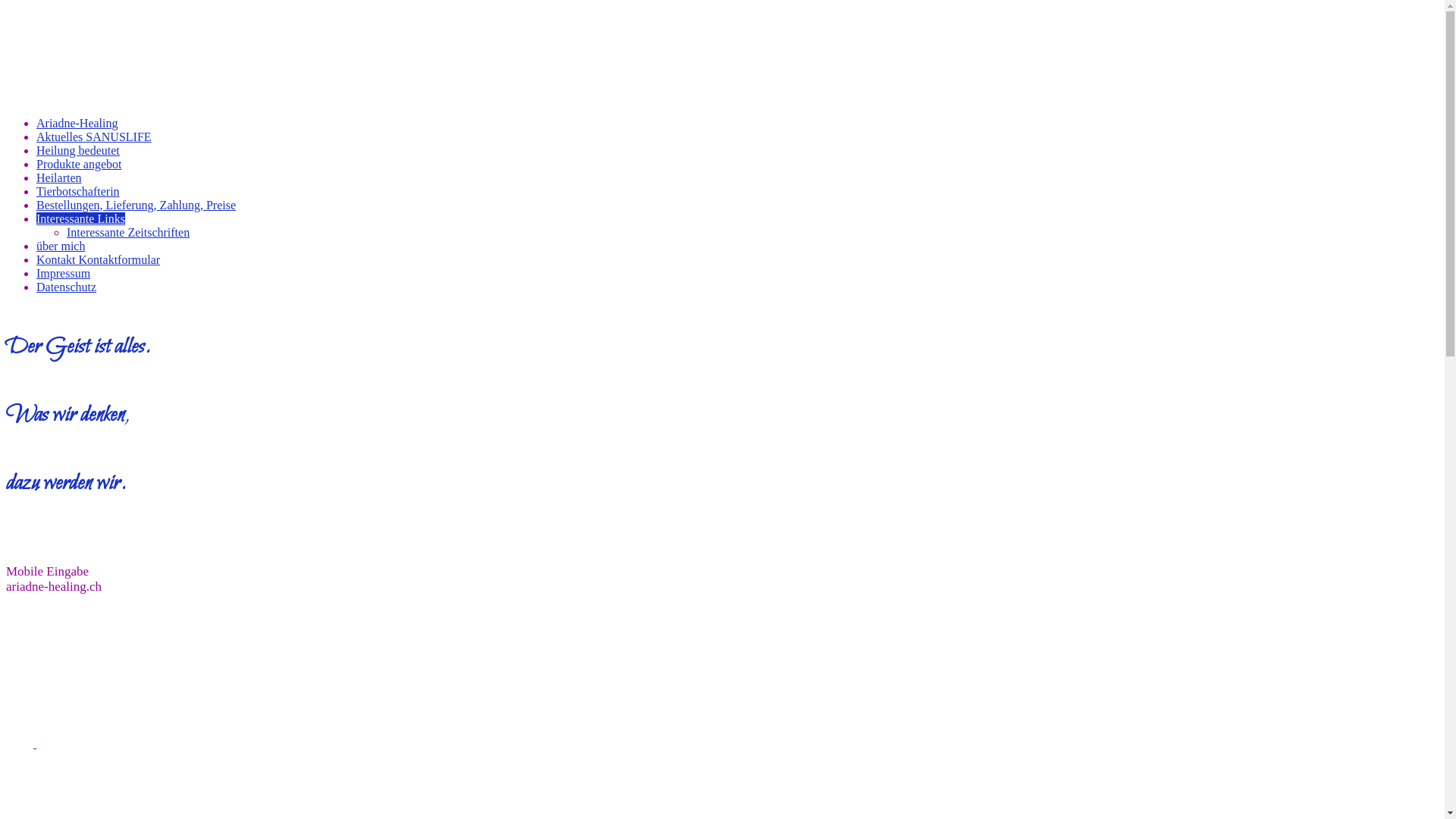 This screenshot has height=819, width=1456. What do you see at coordinates (35, 742) in the screenshot?
I see `' '` at bounding box center [35, 742].